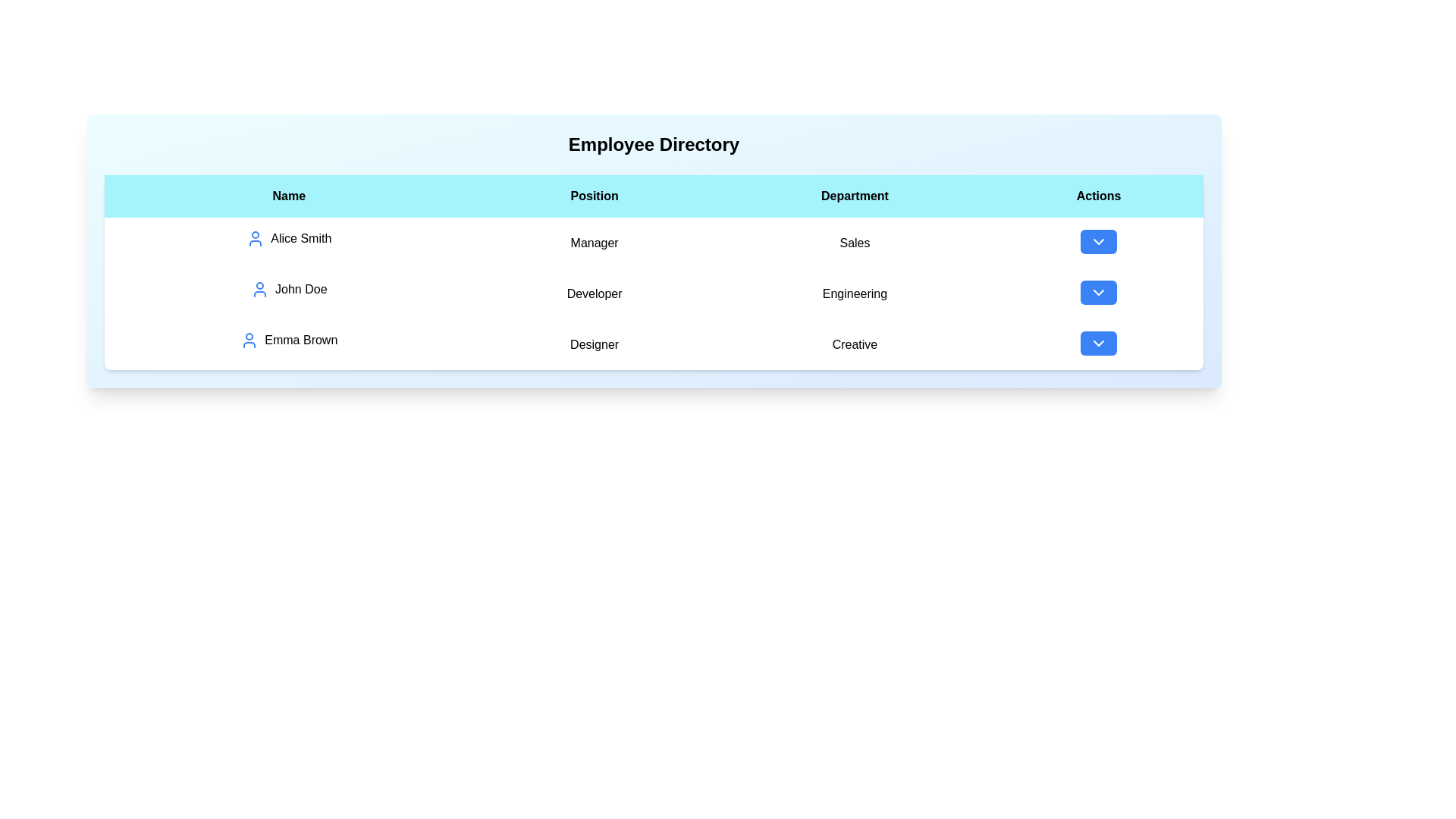  What do you see at coordinates (1099, 195) in the screenshot?
I see `the 'Actions' header label in the table, which is the rightmost among the four headers: 'Name', 'Position', 'Department', and 'Actions'` at bounding box center [1099, 195].